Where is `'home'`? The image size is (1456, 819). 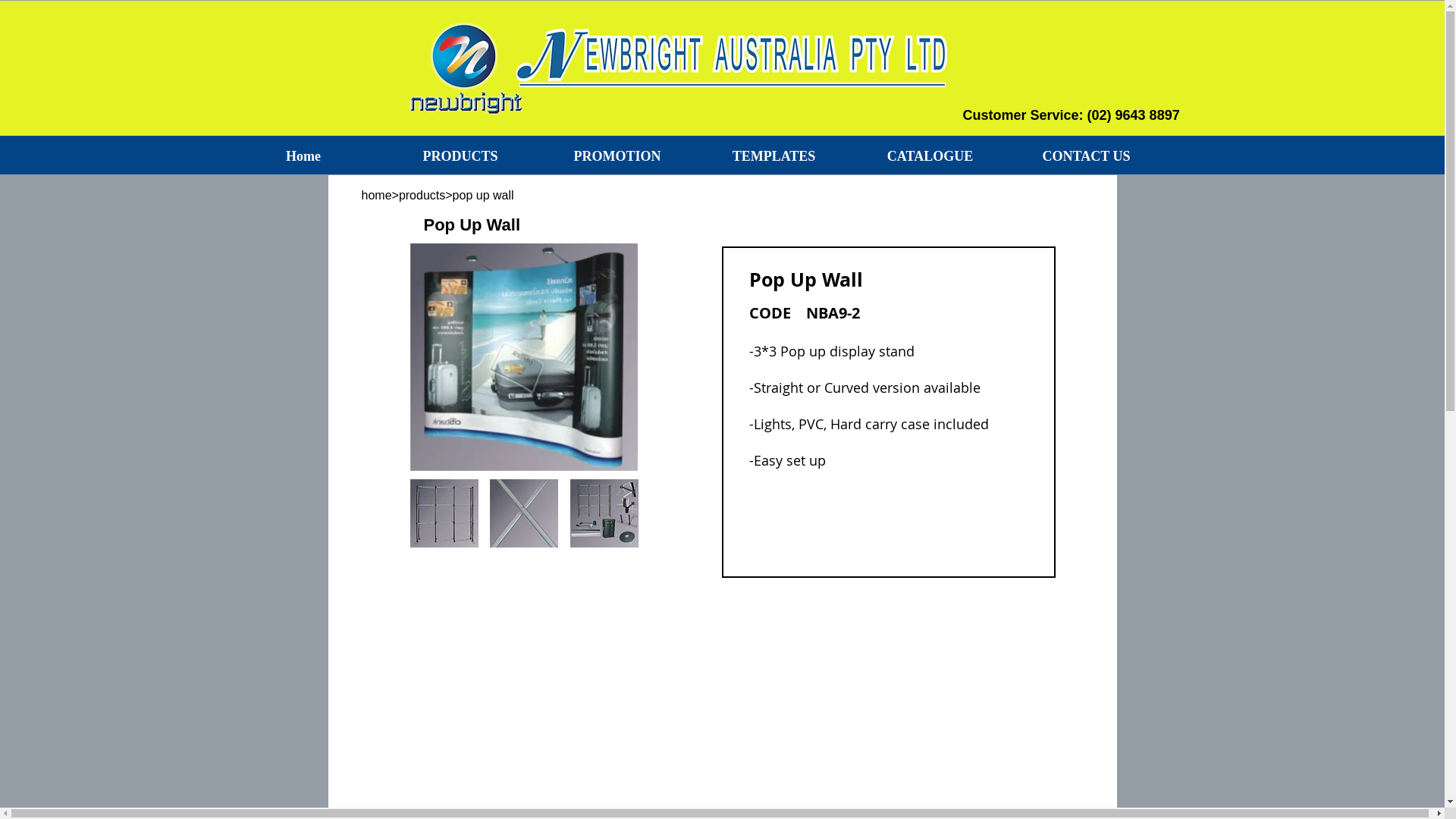 'home' is located at coordinates (359, 194).